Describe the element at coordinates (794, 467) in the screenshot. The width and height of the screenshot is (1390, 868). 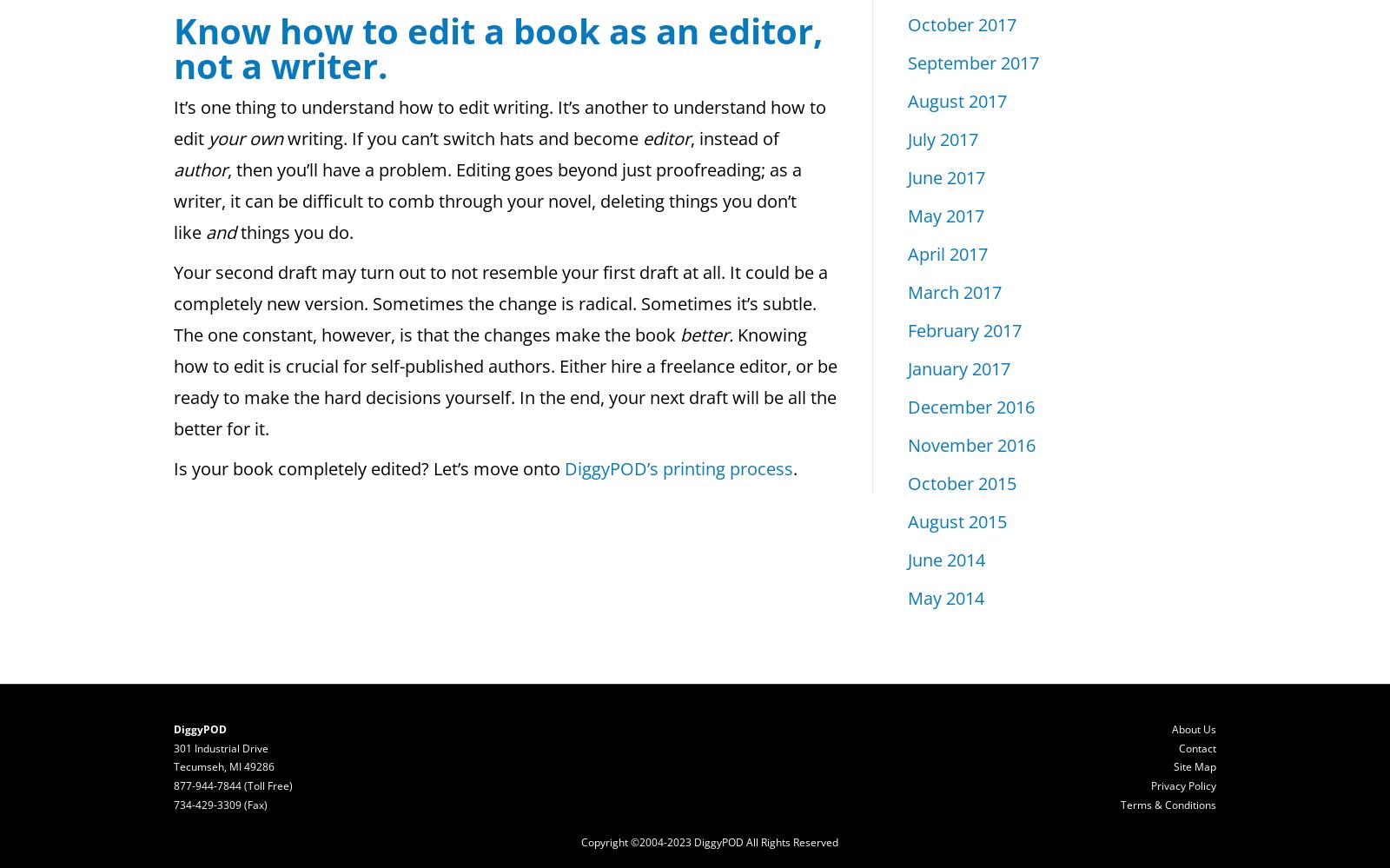
I see `'.'` at that location.